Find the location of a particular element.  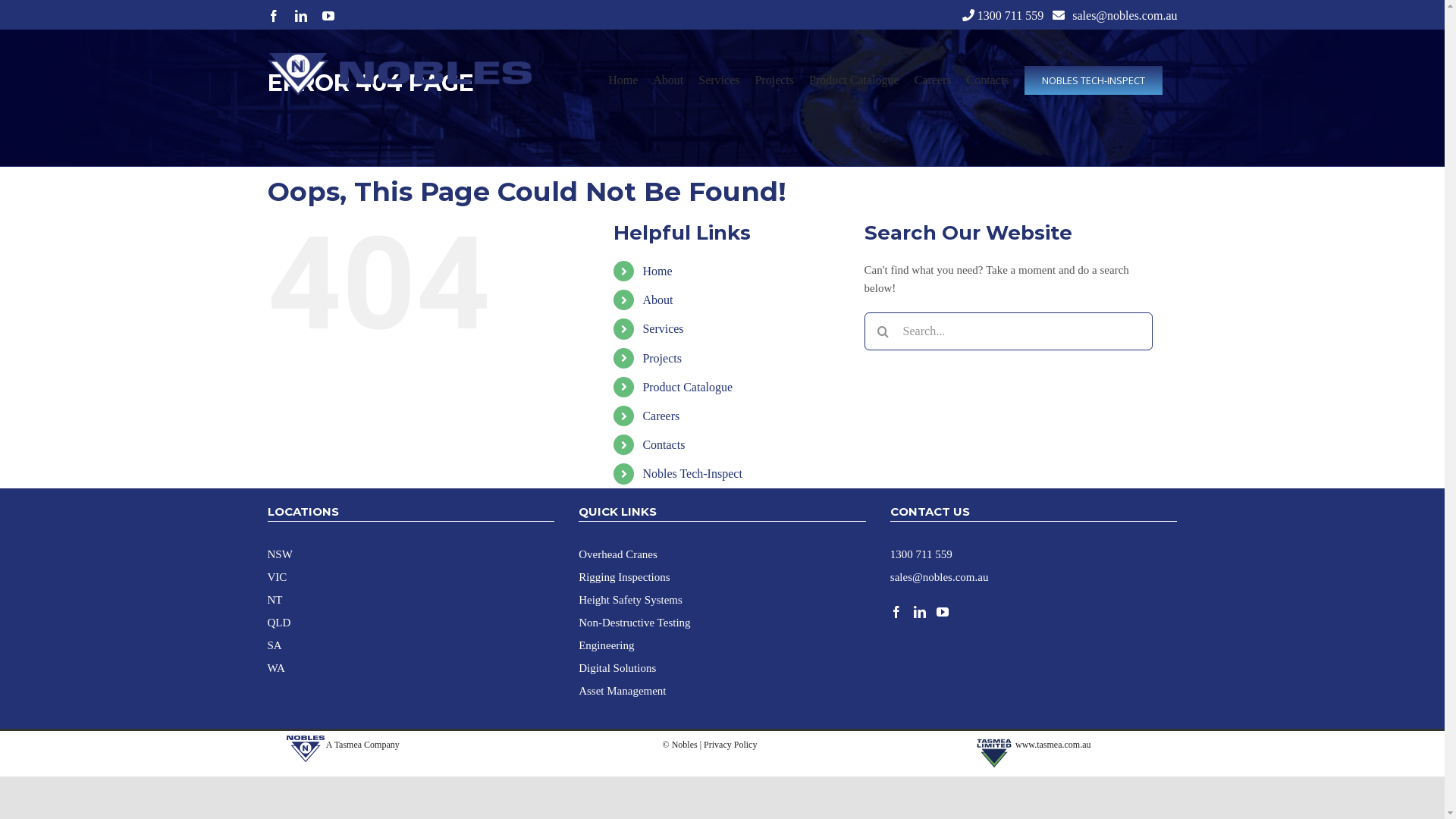

'NSW' is located at coordinates (279, 553).